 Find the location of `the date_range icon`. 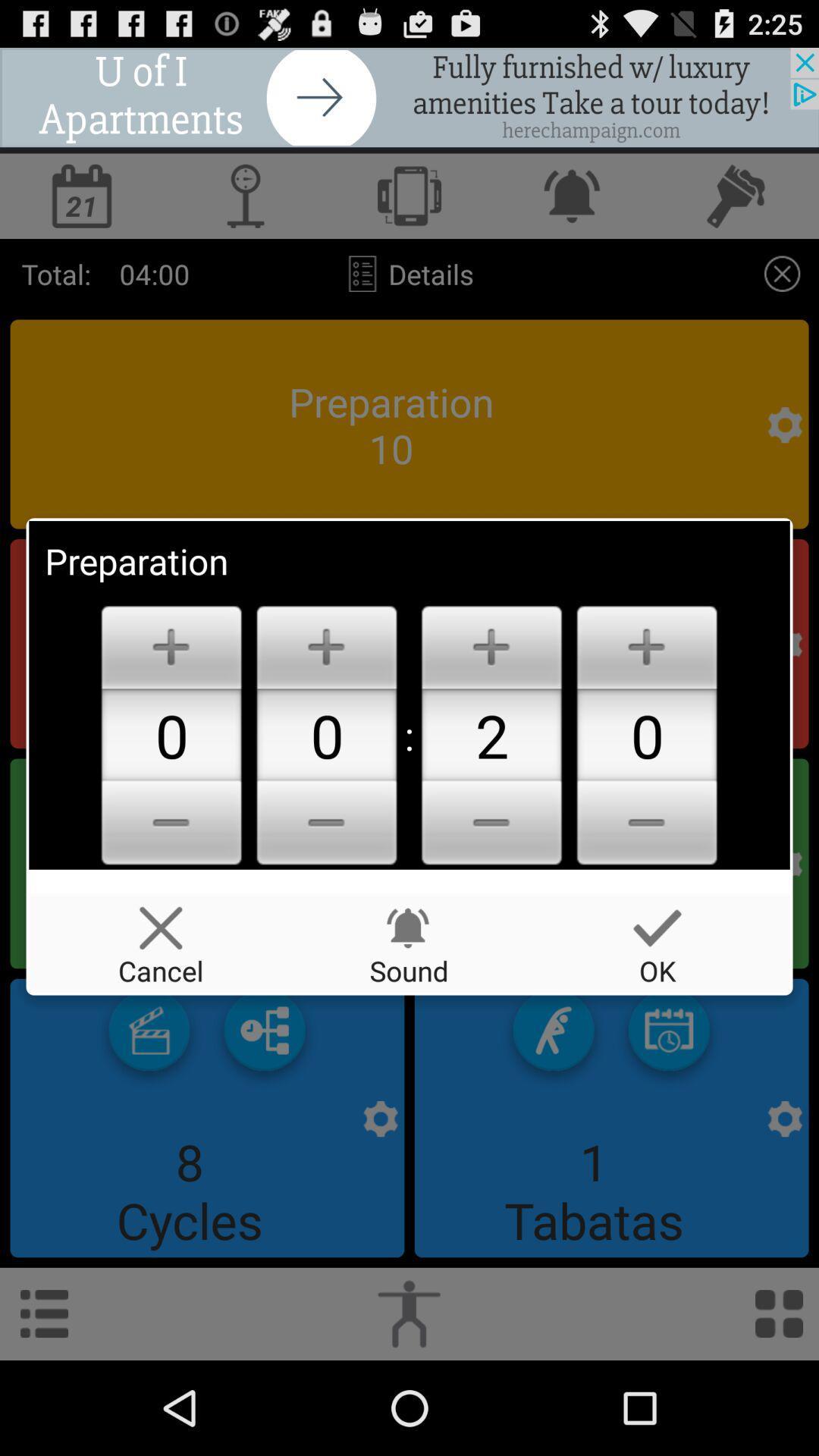

the date_range icon is located at coordinates (668, 1109).